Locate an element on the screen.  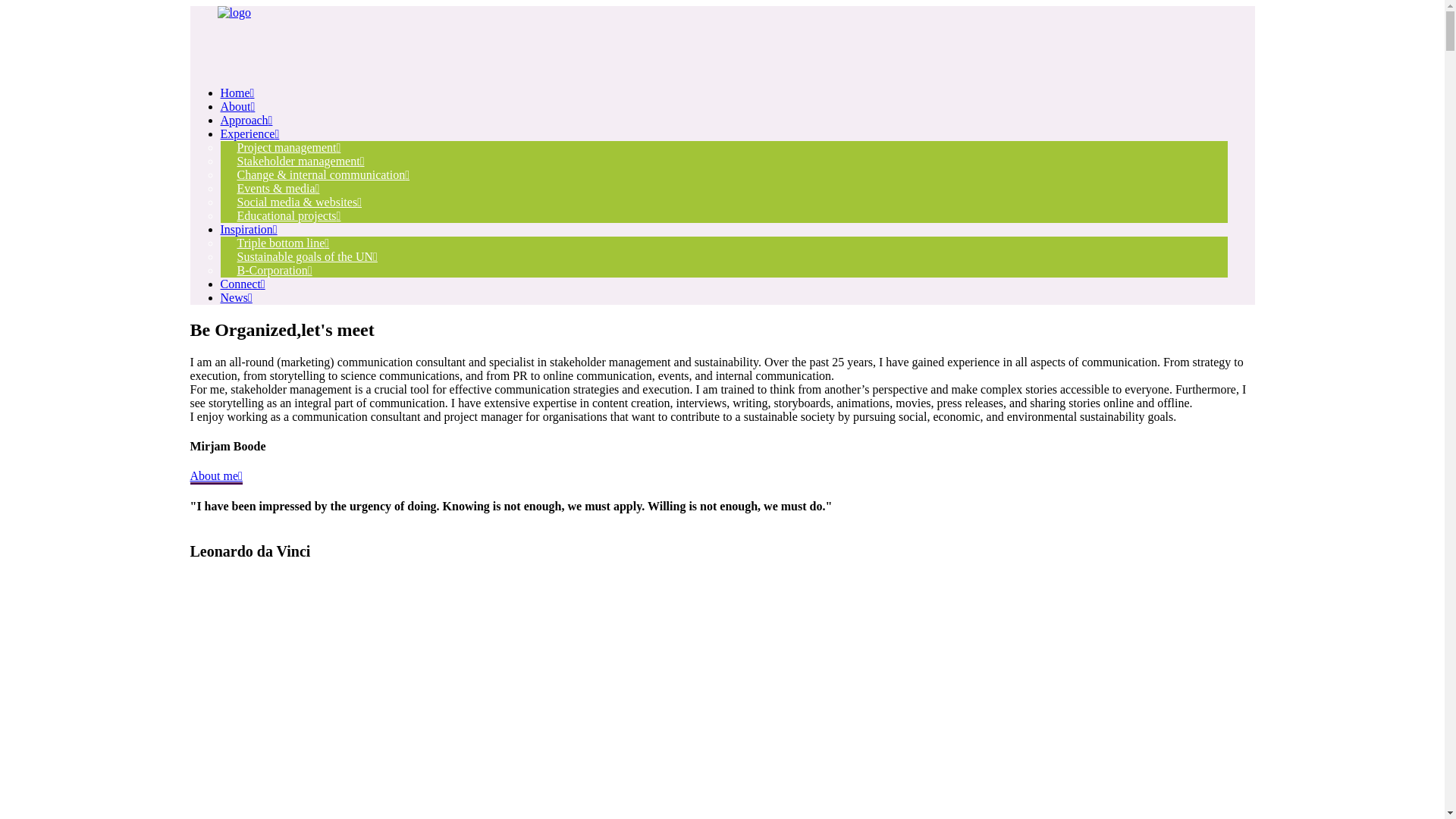
'B-Corporation' is located at coordinates (218, 269).